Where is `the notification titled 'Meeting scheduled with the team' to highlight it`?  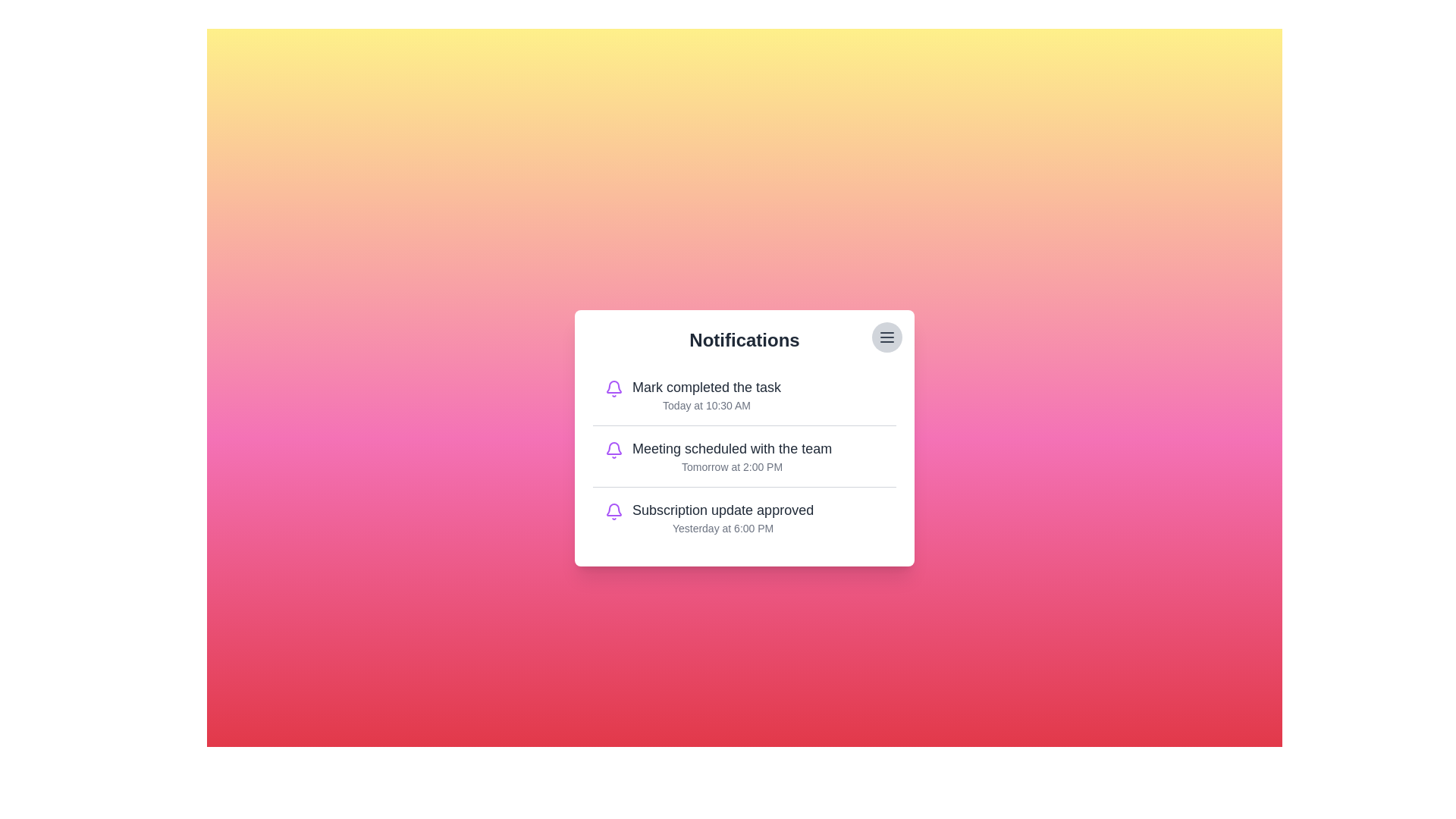
the notification titled 'Meeting scheduled with the team' to highlight it is located at coordinates (745, 455).